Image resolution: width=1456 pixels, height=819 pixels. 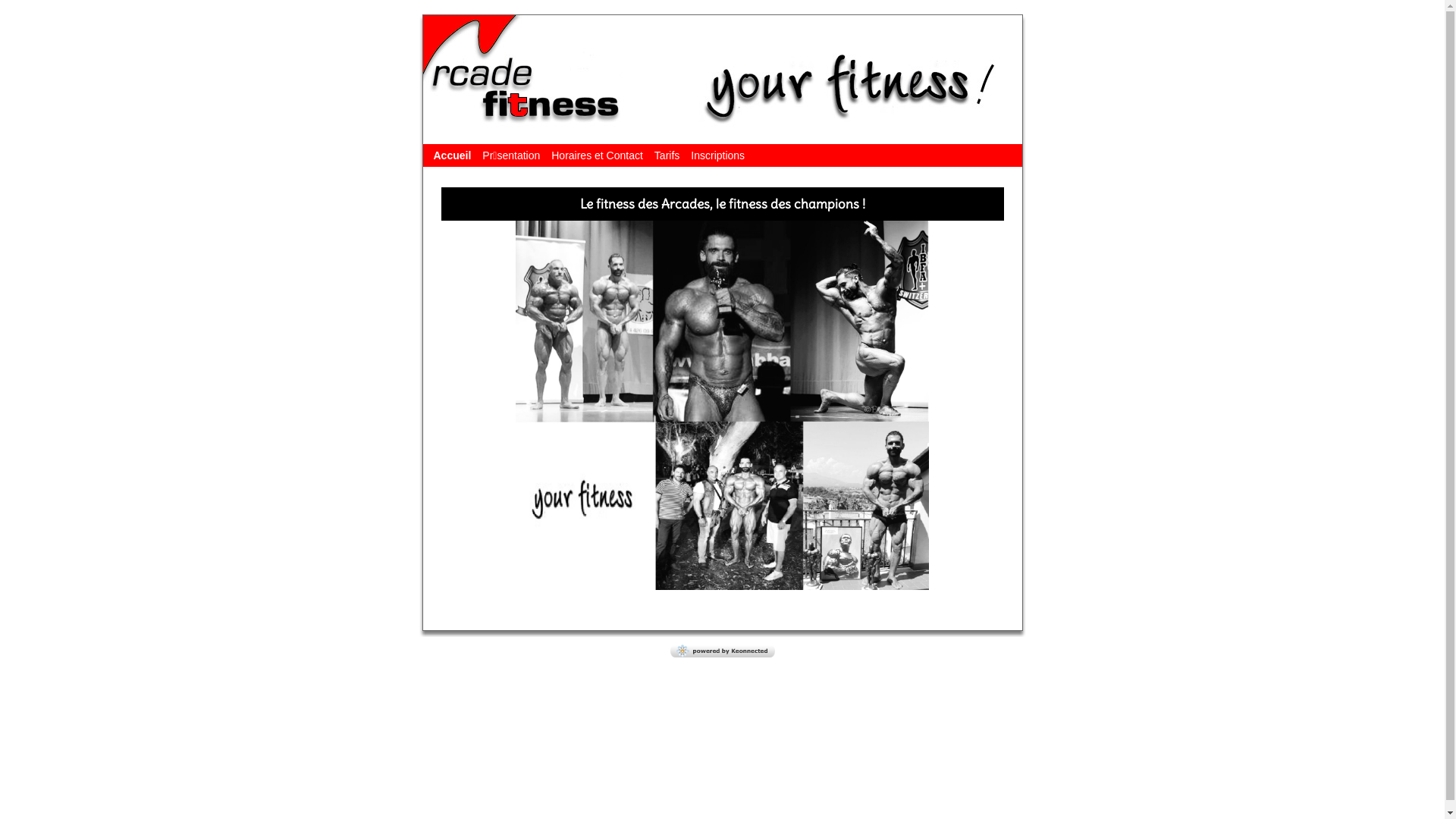 I want to click on 'Keonnected', so click(x=722, y=650).